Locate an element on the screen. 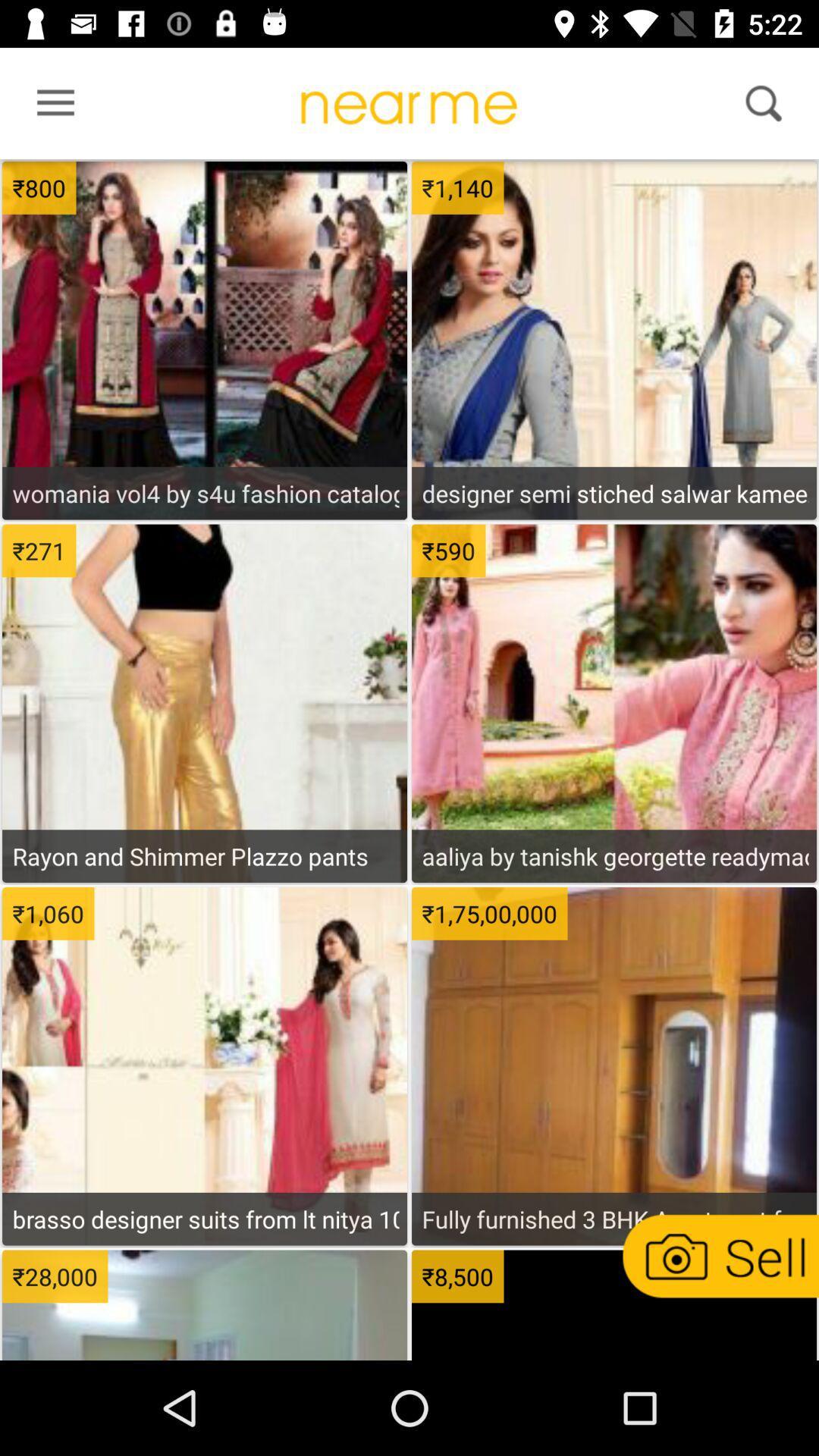 The image size is (819, 1456). the designer semi stiched is located at coordinates (614, 493).